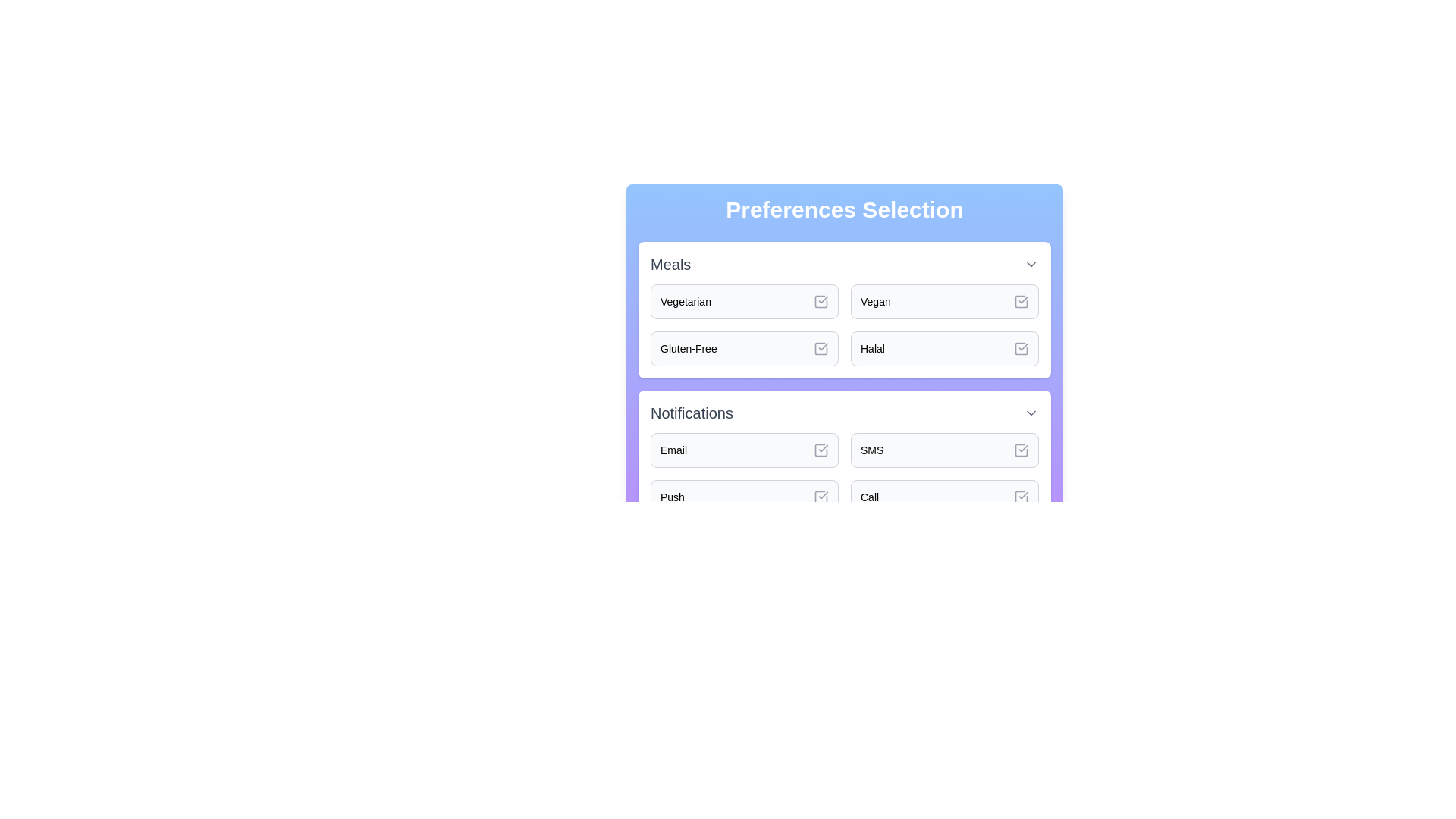 The width and height of the screenshot is (1456, 819). What do you see at coordinates (745, 497) in the screenshot?
I see `the 'Push' button located in the lower-left part of the 'Notifications' section` at bounding box center [745, 497].